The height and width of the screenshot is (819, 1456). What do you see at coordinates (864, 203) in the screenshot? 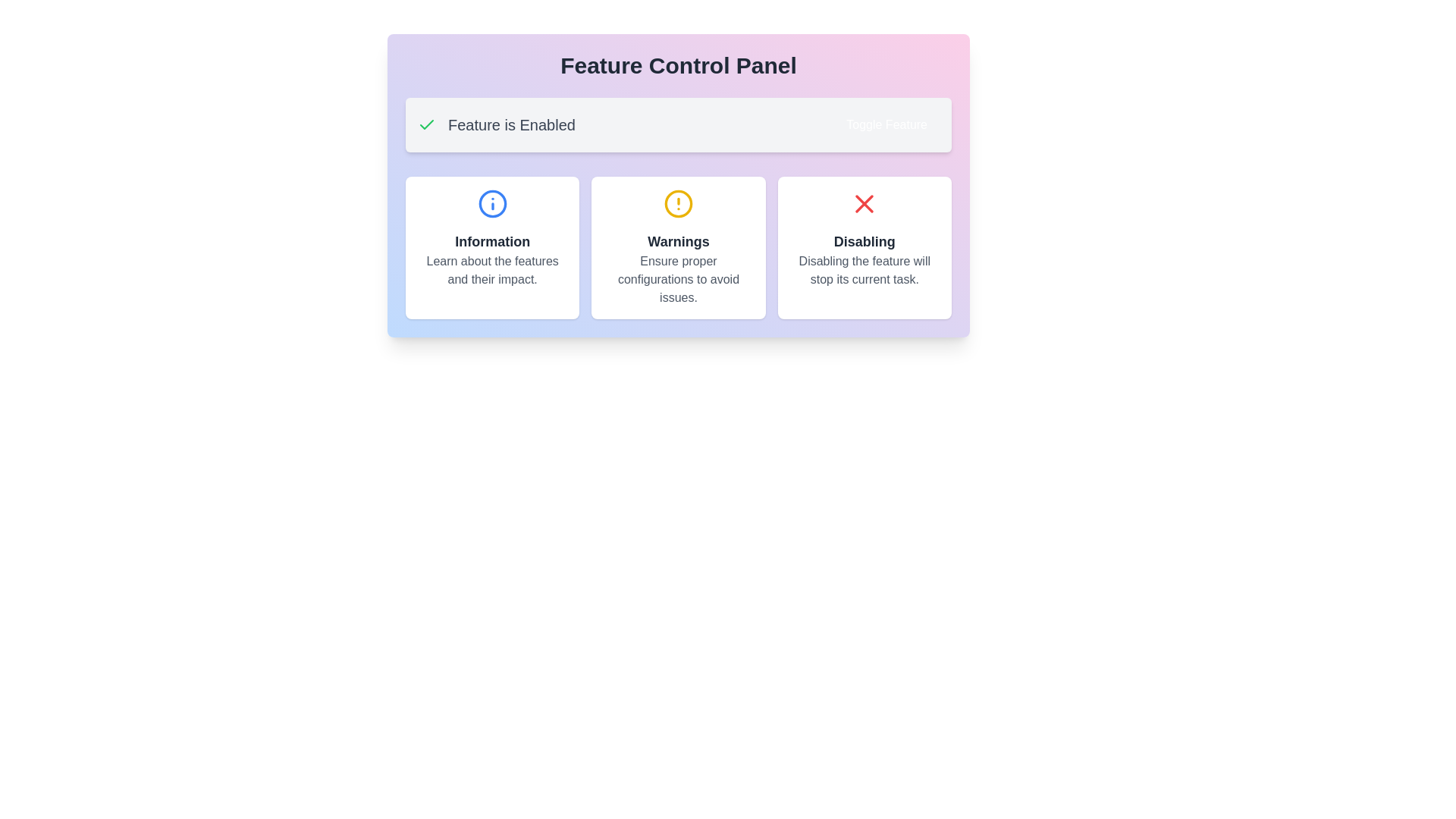
I see `the 'X' icon in the third column above the 'Disabling' section, which indicates a delete or close action` at bounding box center [864, 203].